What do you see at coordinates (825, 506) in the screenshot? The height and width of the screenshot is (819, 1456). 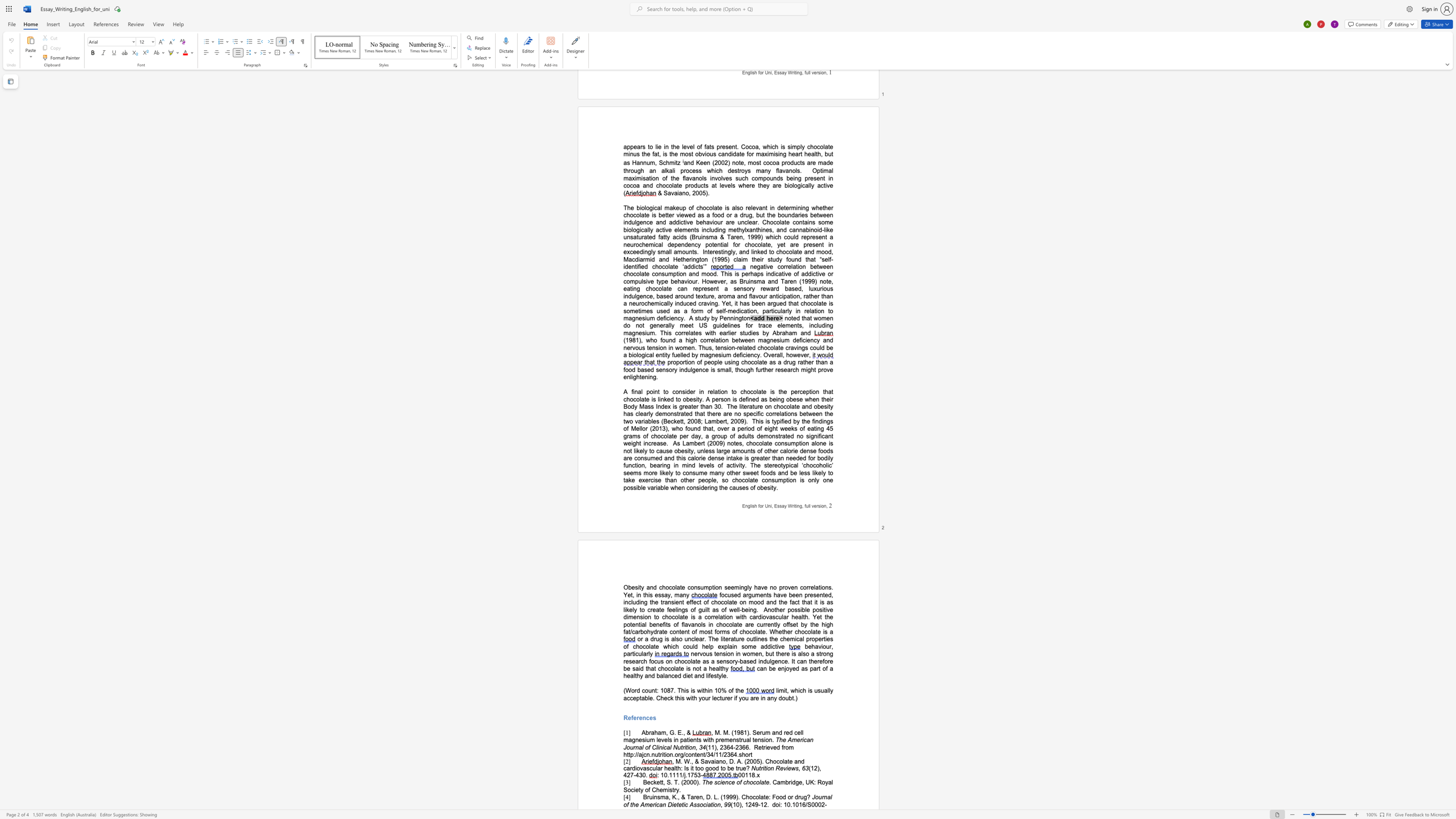 I see `the space between the continuous character "n" and "," in the text` at bounding box center [825, 506].